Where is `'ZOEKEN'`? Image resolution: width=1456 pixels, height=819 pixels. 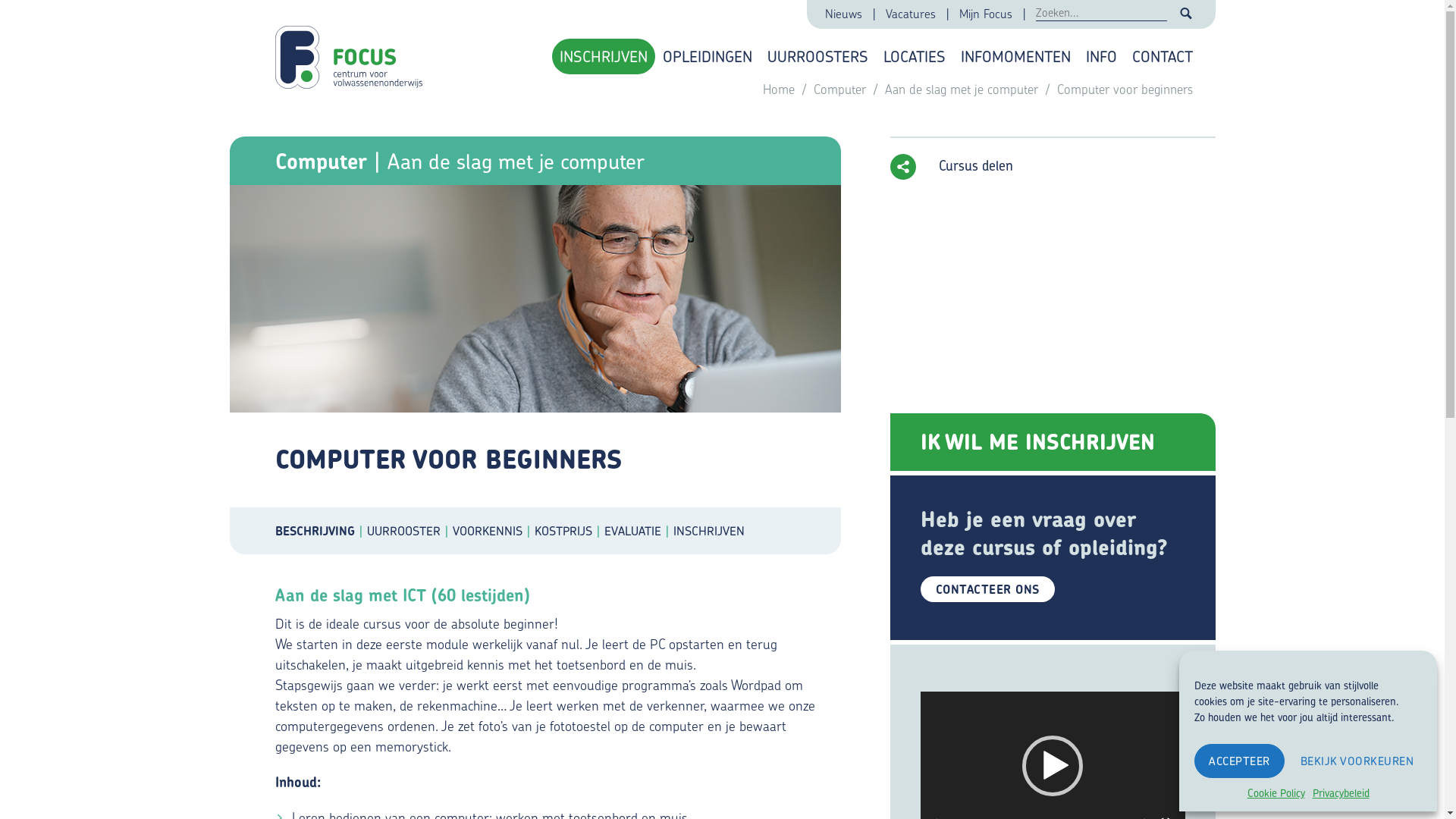
'ZOEKEN' is located at coordinates (1185, 14).